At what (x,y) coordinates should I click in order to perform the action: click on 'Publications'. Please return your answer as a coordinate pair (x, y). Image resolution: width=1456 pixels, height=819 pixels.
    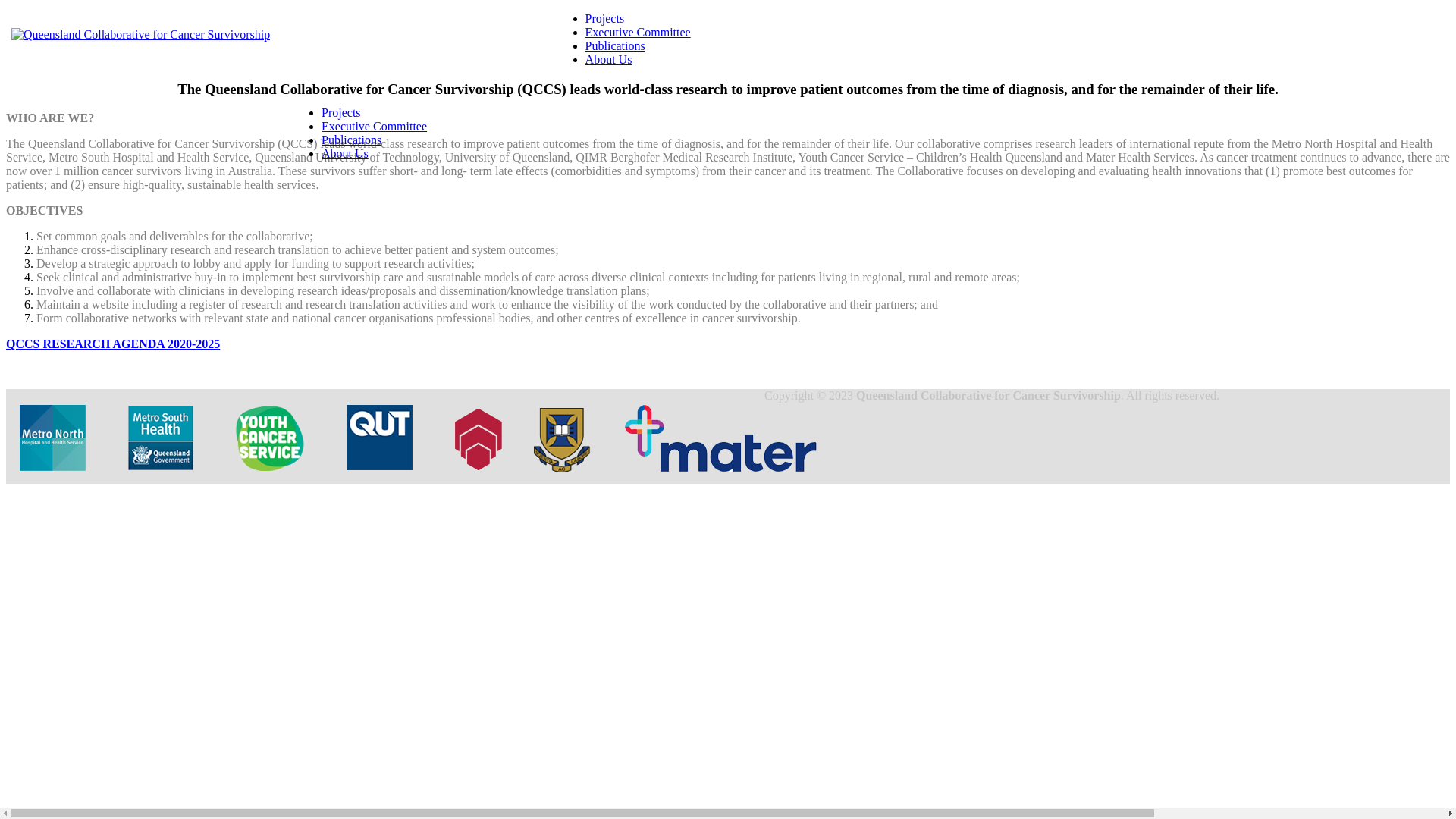
    Looking at the image, I should click on (615, 45).